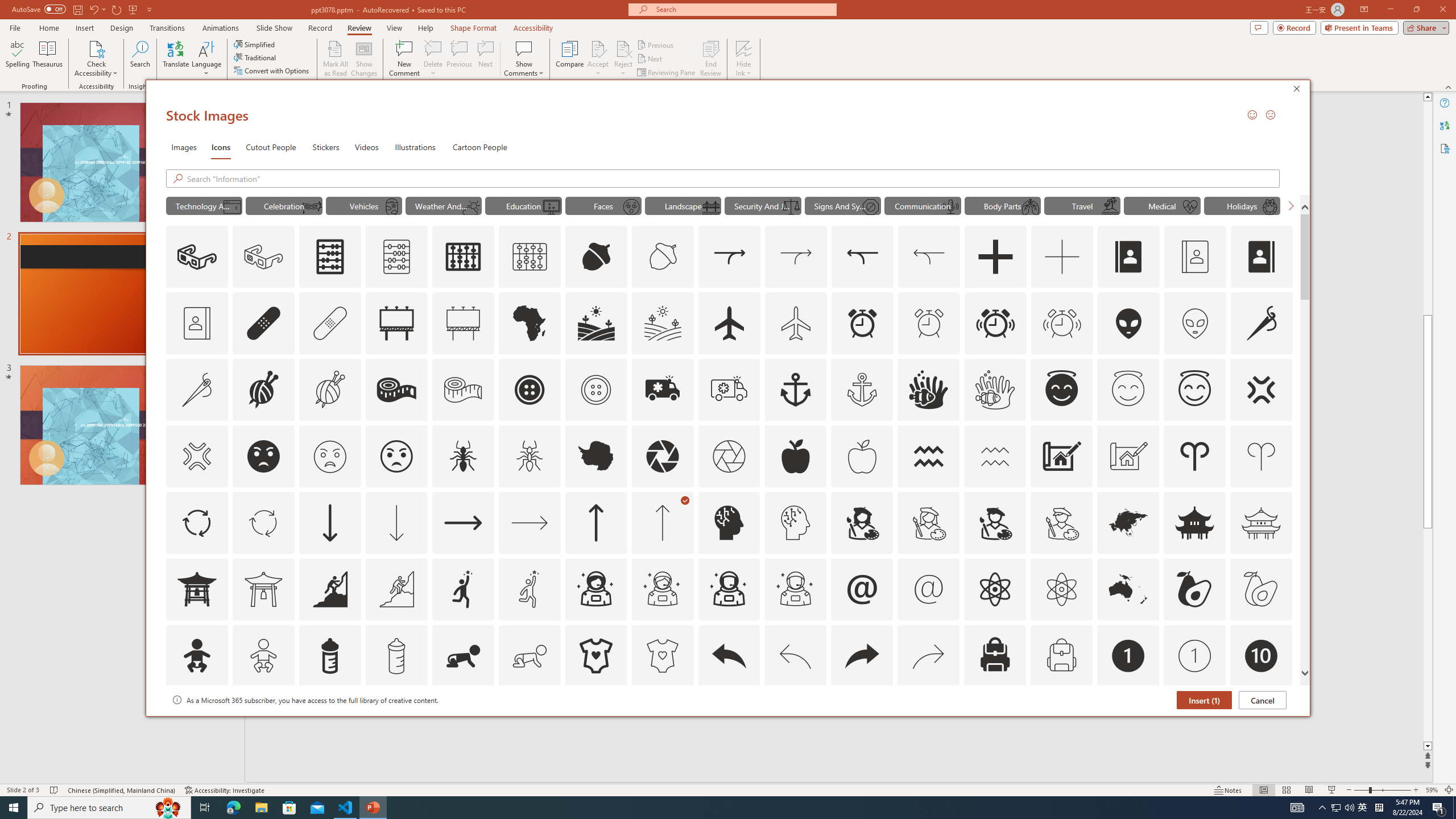  What do you see at coordinates (995, 322) in the screenshot?
I see `'AutomationID: Icons_AlarmRinging'` at bounding box center [995, 322].